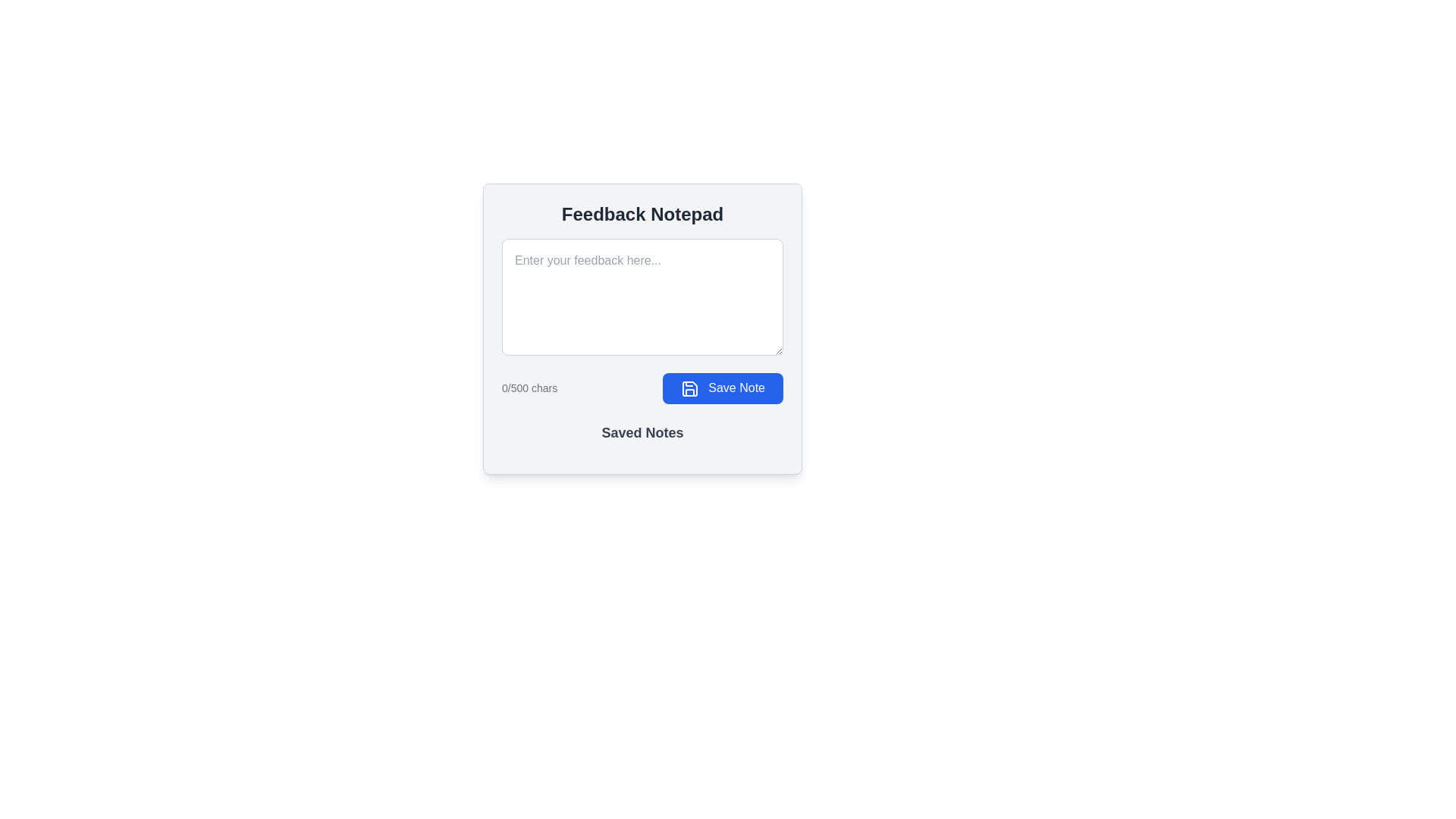  Describe the element at coordinates (722, 388) in the screenshot. I see `the blue 'Save Note' button with a white diskette icon on the left` at that location.